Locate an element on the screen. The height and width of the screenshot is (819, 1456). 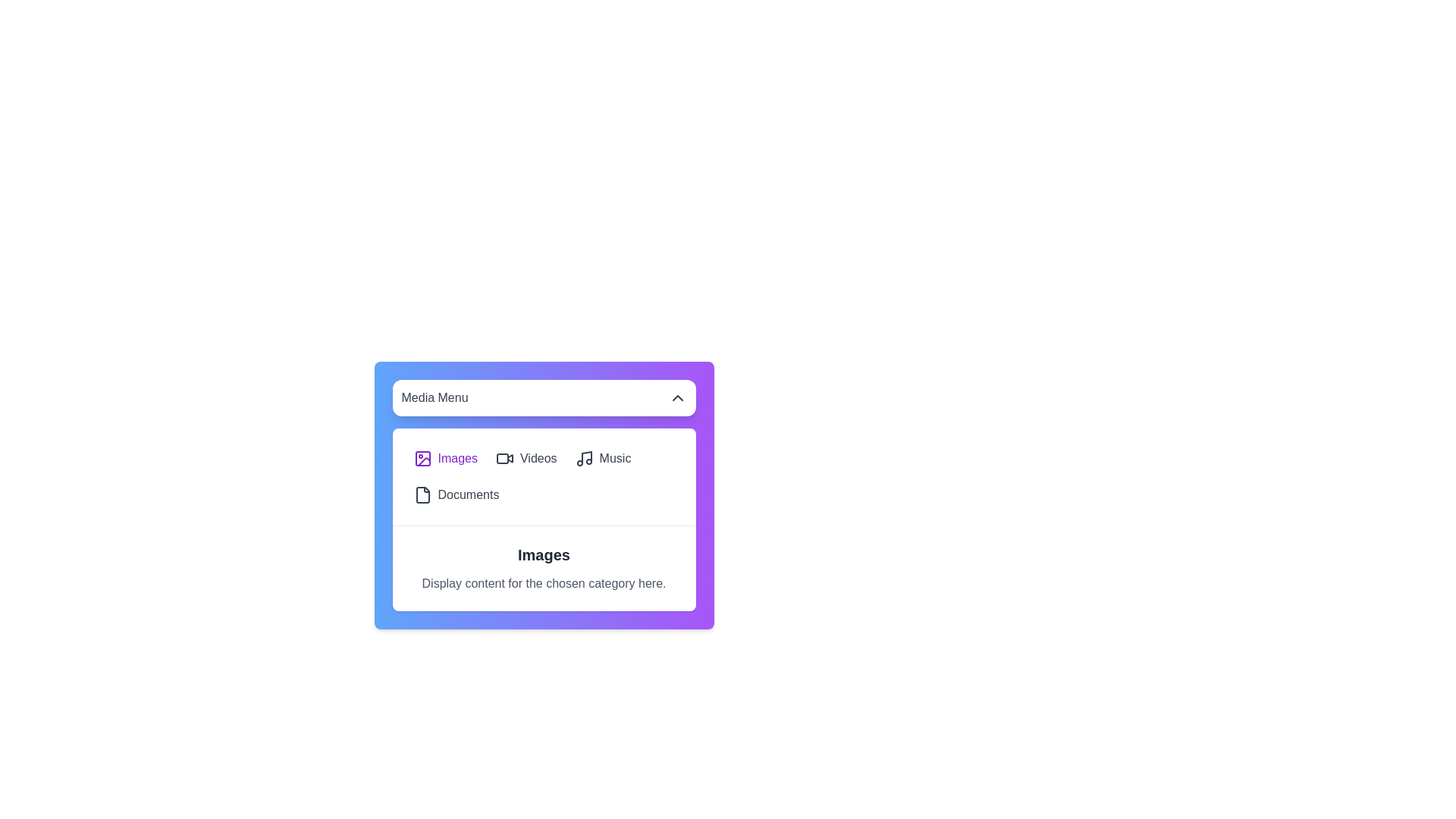
the decorative vector graphic component nested within the SVG icon structure located in the bottom-right quadrant of the media interface is located at coordinates (423, 461).